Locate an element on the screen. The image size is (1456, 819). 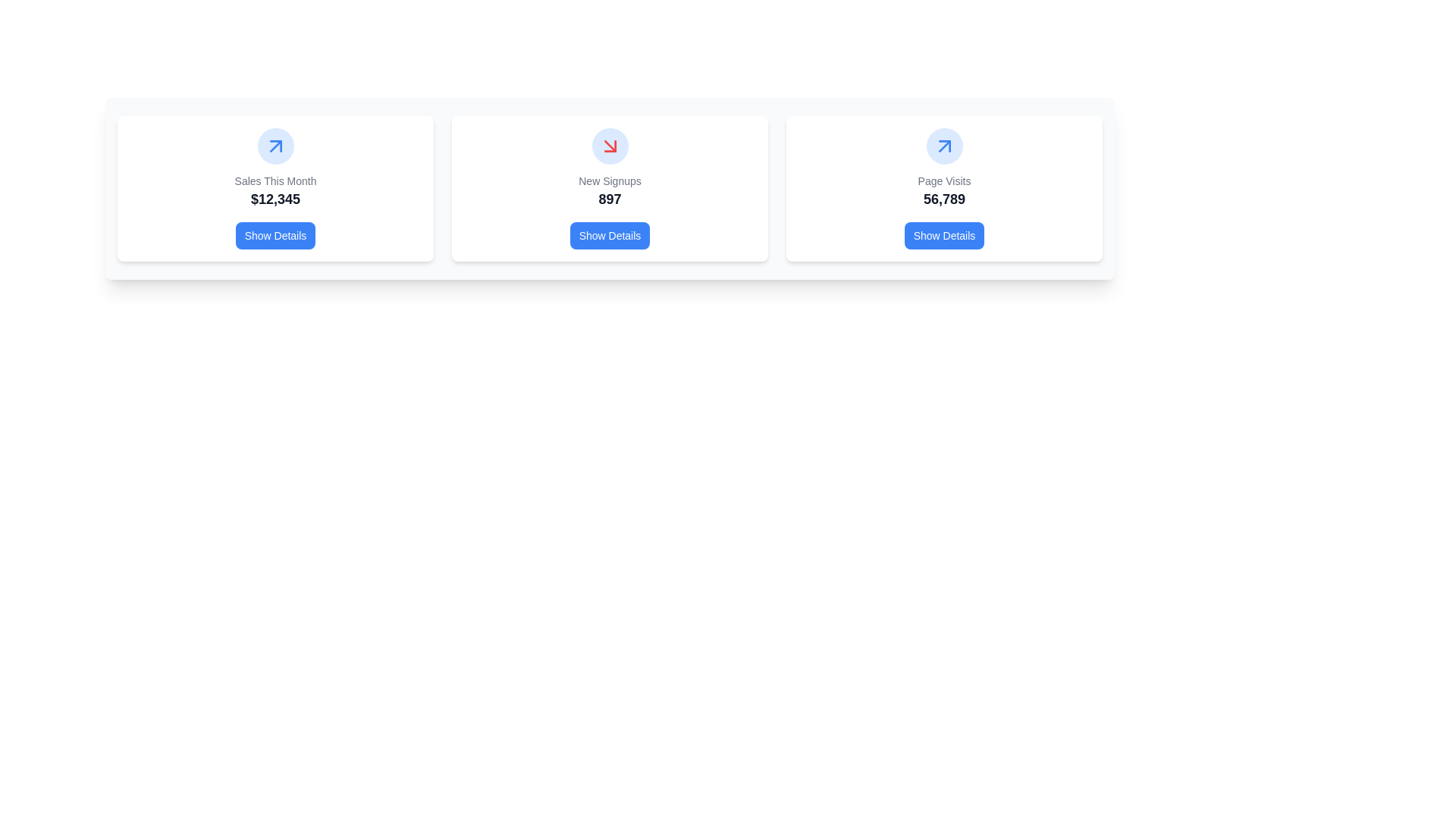
the Card component displaying 'Page Visits' statistics, located at the far right of the row of three cards is located at coordinates (943, 188).